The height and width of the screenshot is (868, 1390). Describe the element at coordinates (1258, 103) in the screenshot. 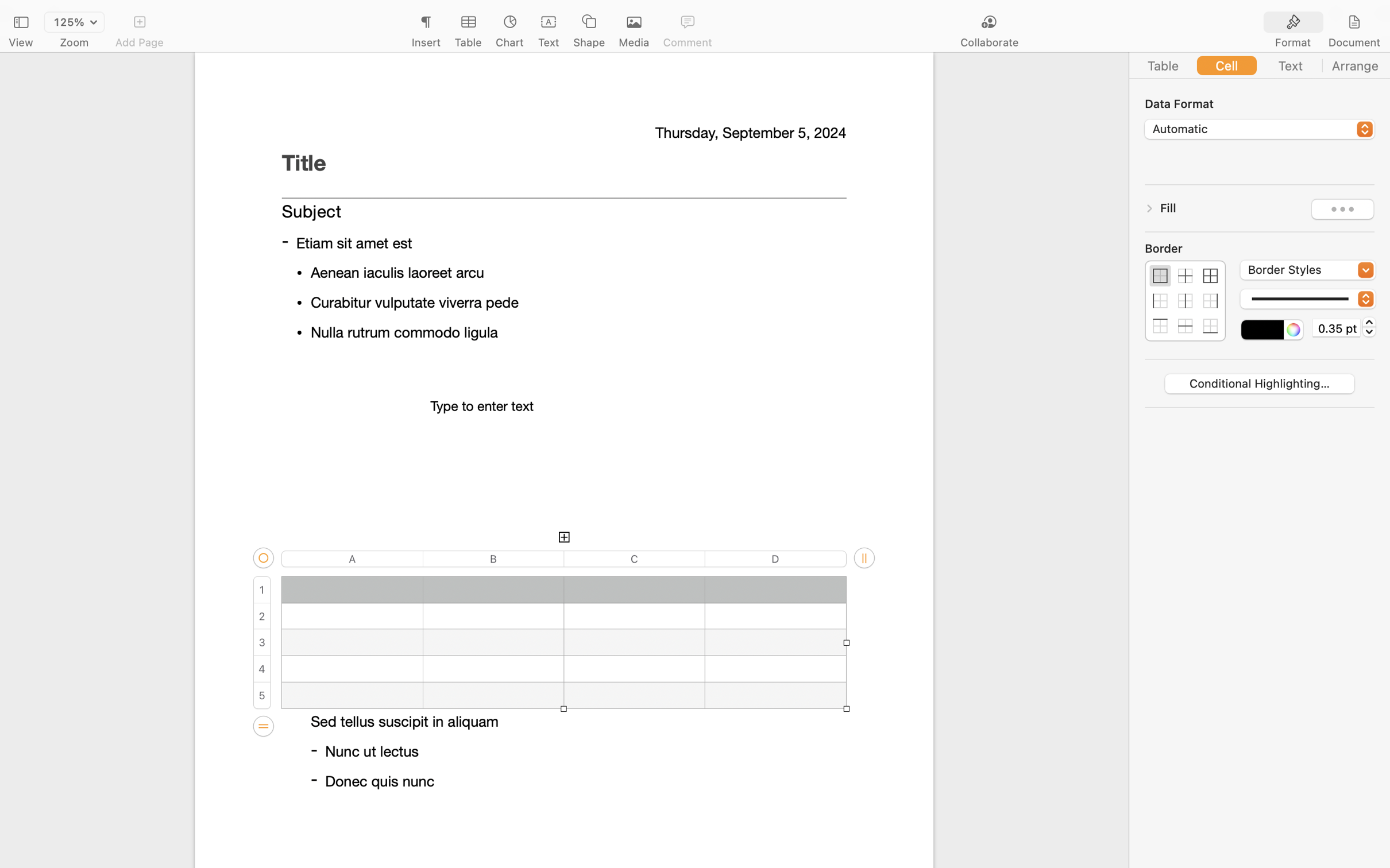

I see `'Data Format'` at that location.